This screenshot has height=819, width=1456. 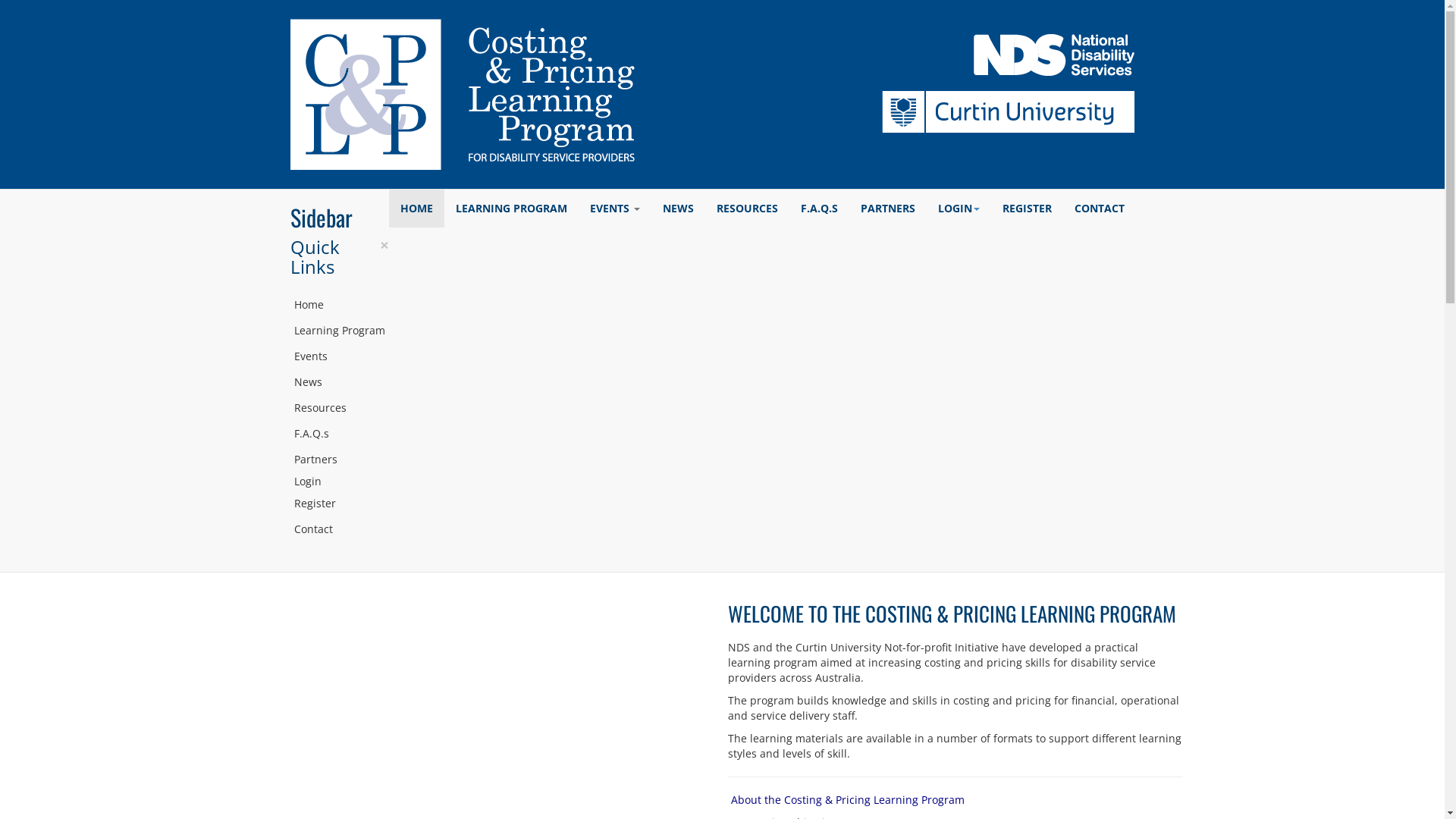 What do you see at coordinates (337, 529) in the screenshot?
I see `'Contact'` at bounding box center [337, 529].